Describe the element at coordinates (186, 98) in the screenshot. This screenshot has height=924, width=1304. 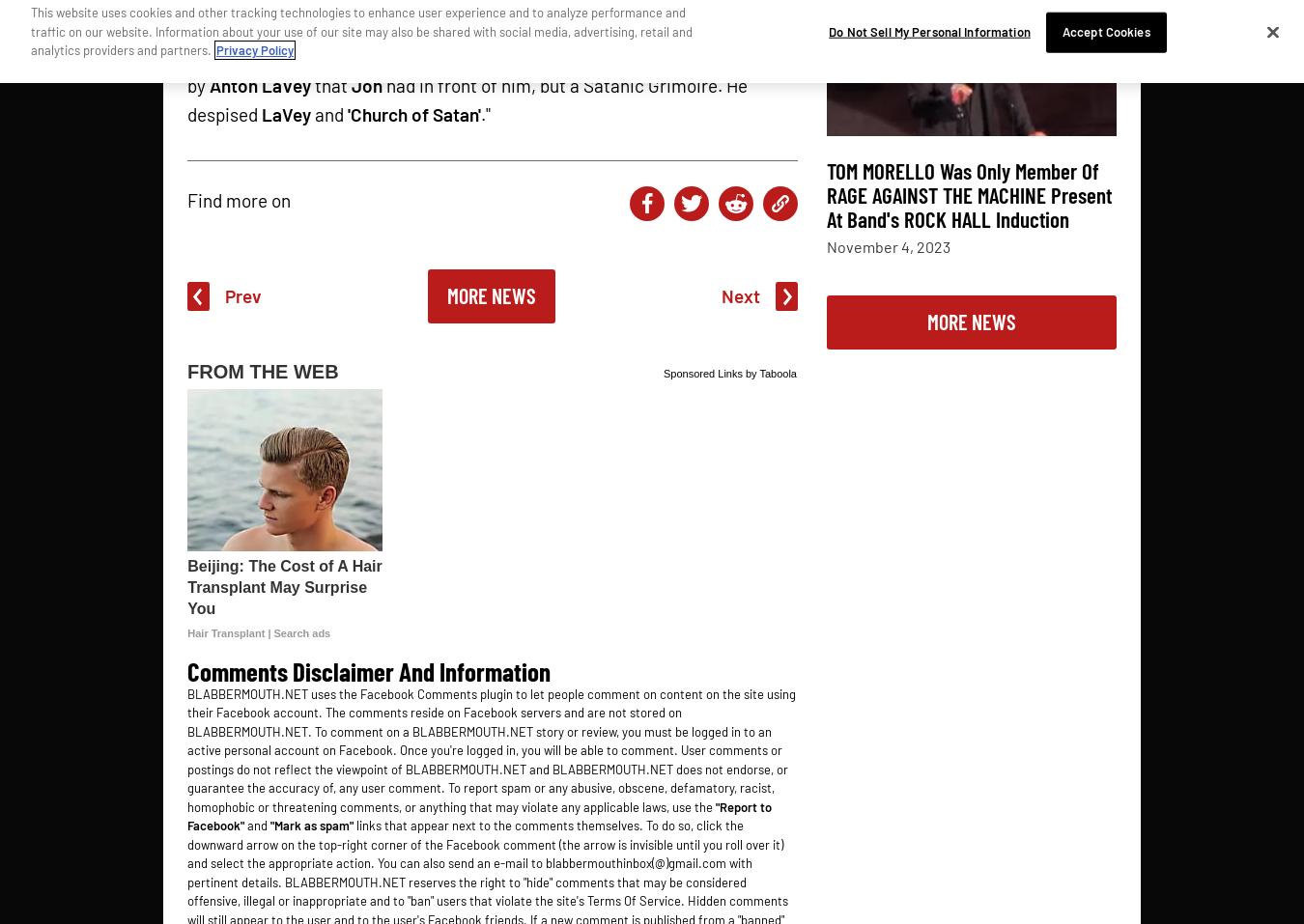
I see `'had in front of him, but a Satanic Grimoire. He despised'` at that location.